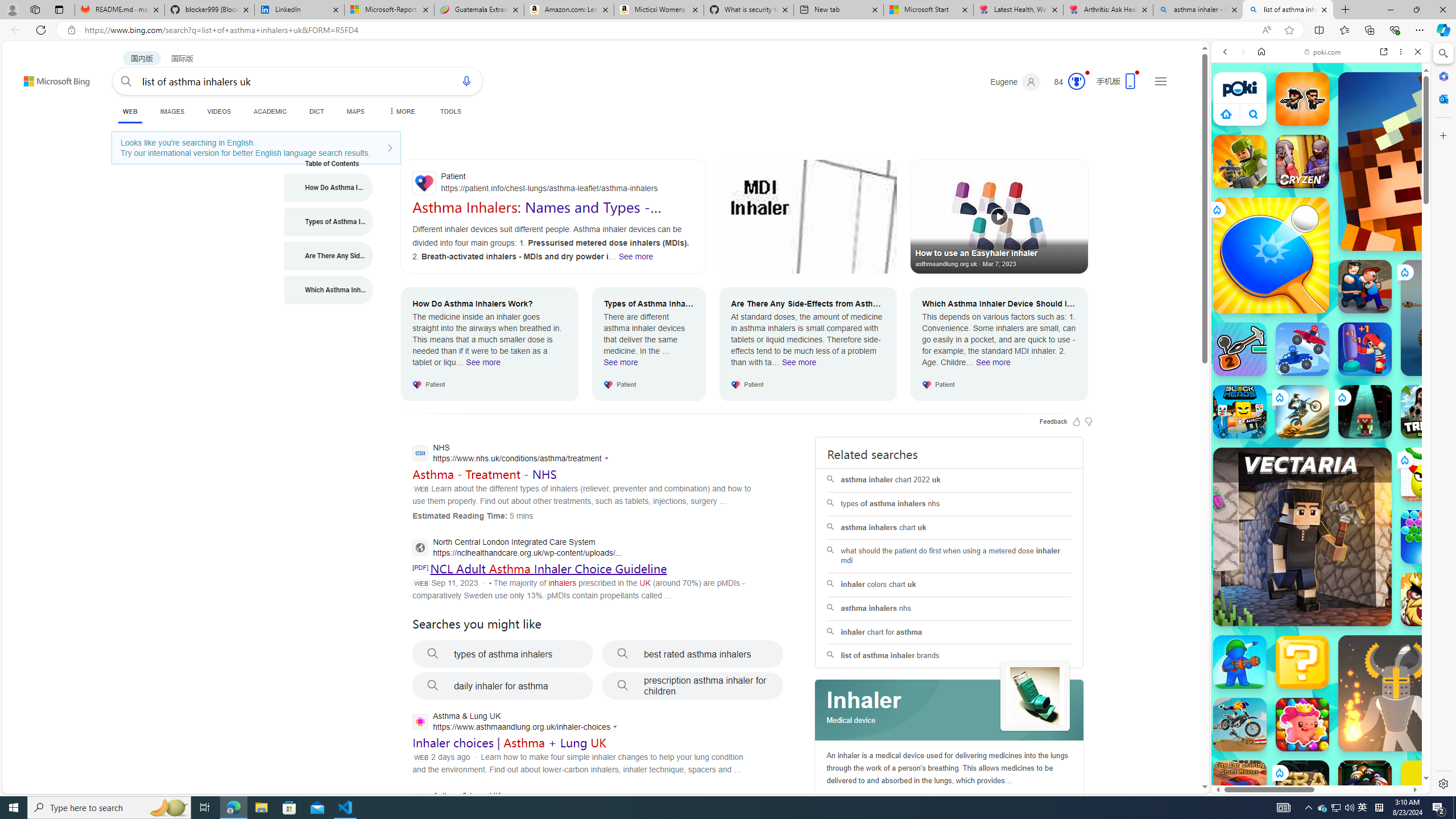 The height and width of the screenshot is (819, 1456). What do you see at coordinates (1322, 52) in the screenshot?
I see `'poki.com'` at bounding box center [1322, 52].